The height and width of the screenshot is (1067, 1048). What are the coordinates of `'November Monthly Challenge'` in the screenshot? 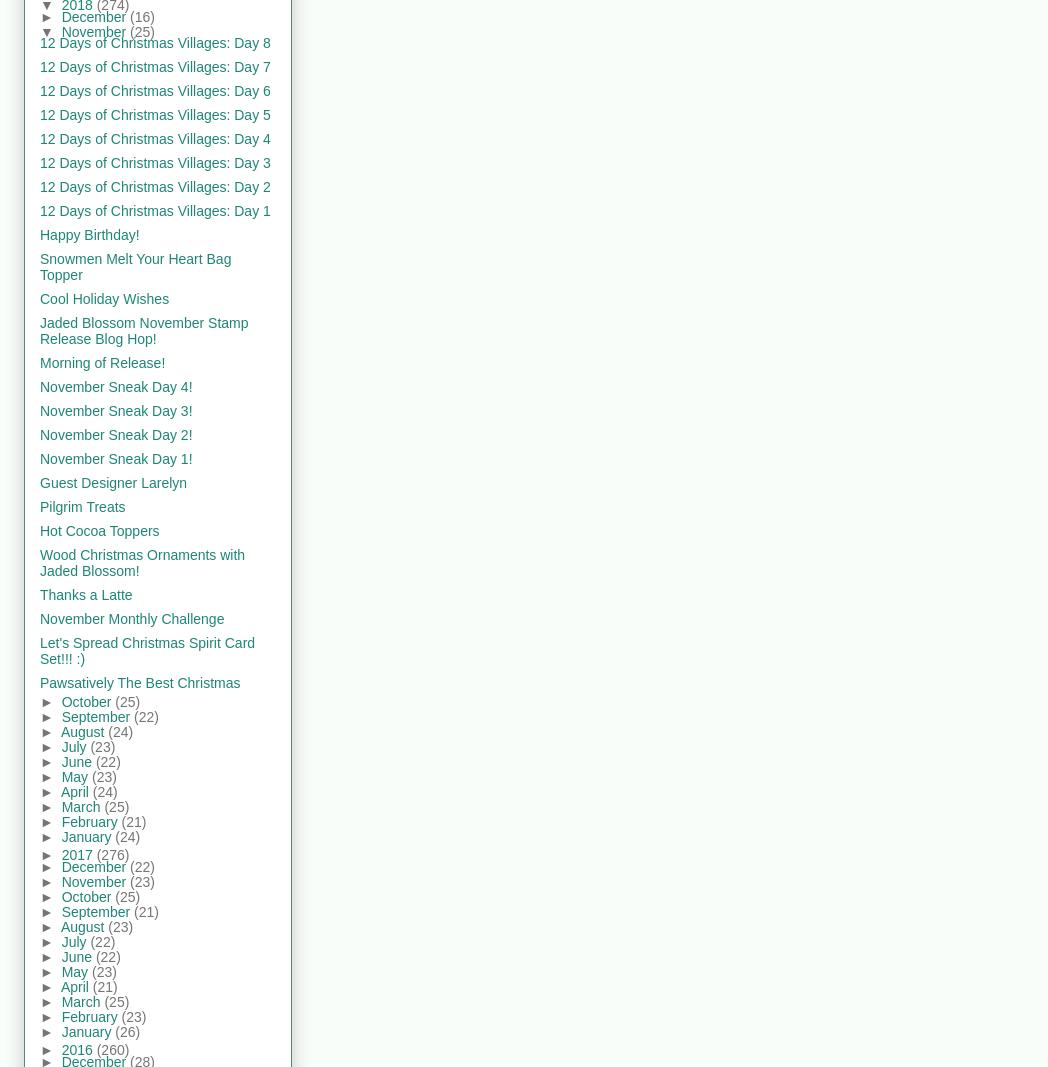 It's located at (132, 618).